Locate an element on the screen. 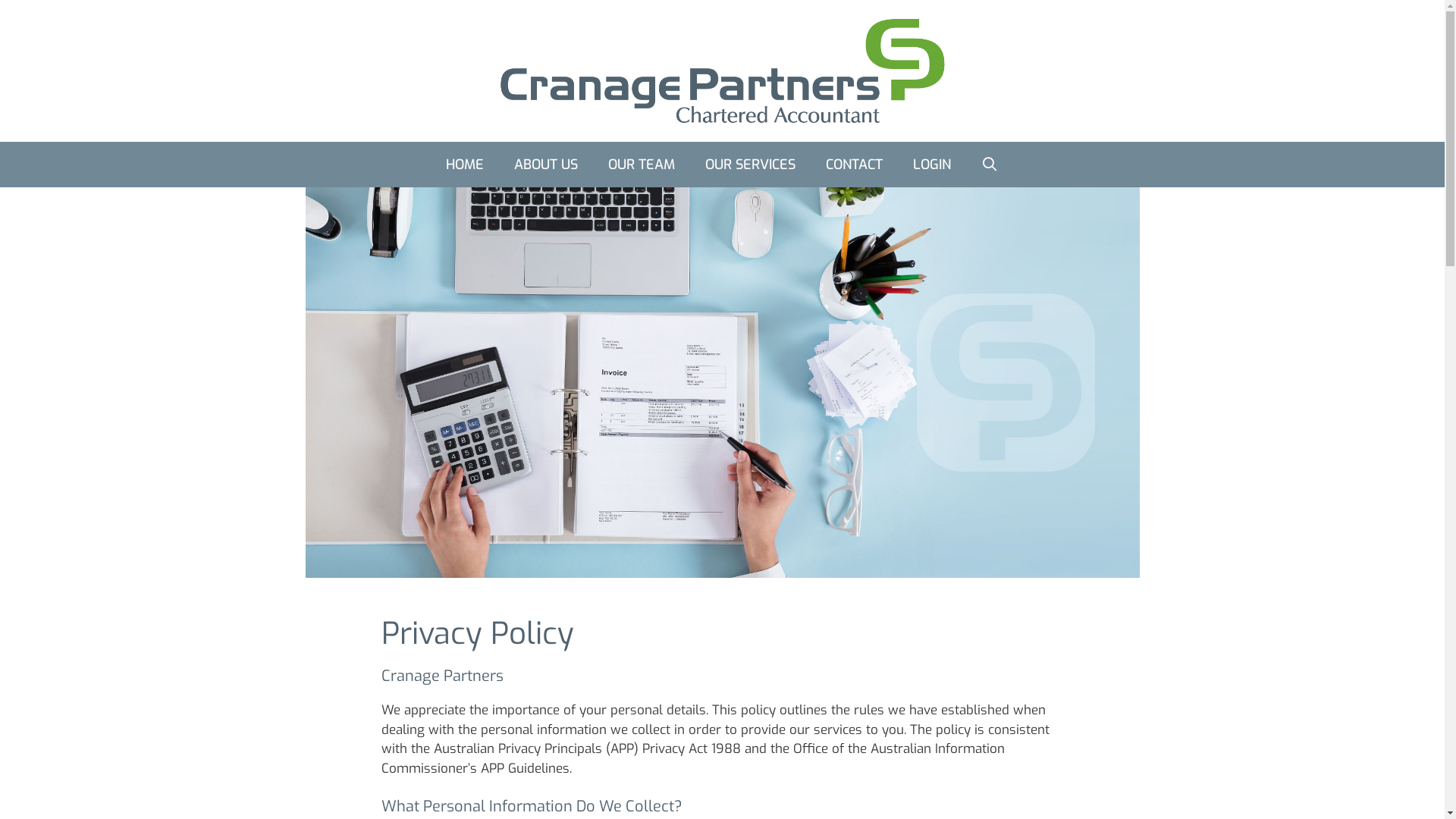 Image resolution: width=1456 pixels, height=819 pixels. 'LOGIN' is located at coordinates (930, 164).